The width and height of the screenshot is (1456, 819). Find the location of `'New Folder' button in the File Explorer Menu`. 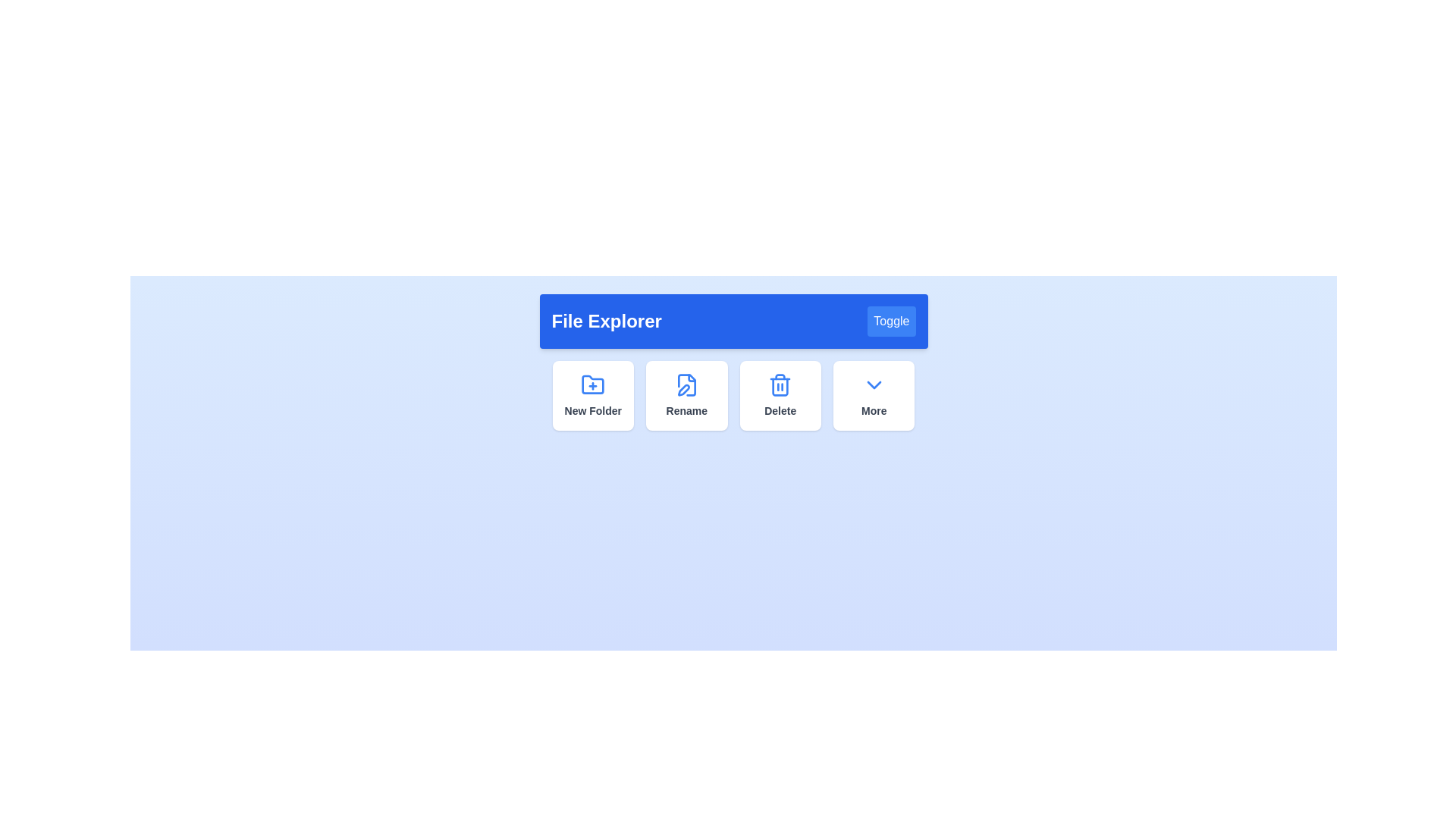

'New Folder' button in the File Explorer Menu is located at coordinates (592, 394).